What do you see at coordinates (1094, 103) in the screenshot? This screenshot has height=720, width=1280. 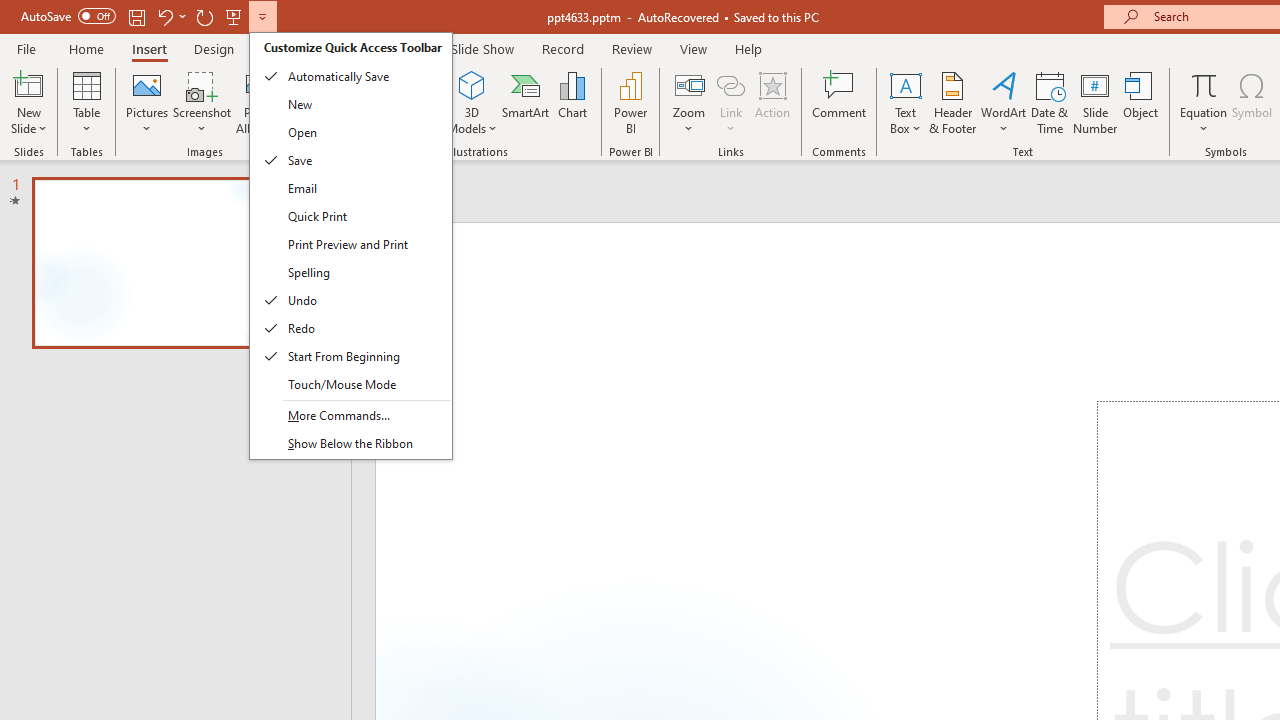 I see `'Slide Number'` at bounding box center [1094, 103].